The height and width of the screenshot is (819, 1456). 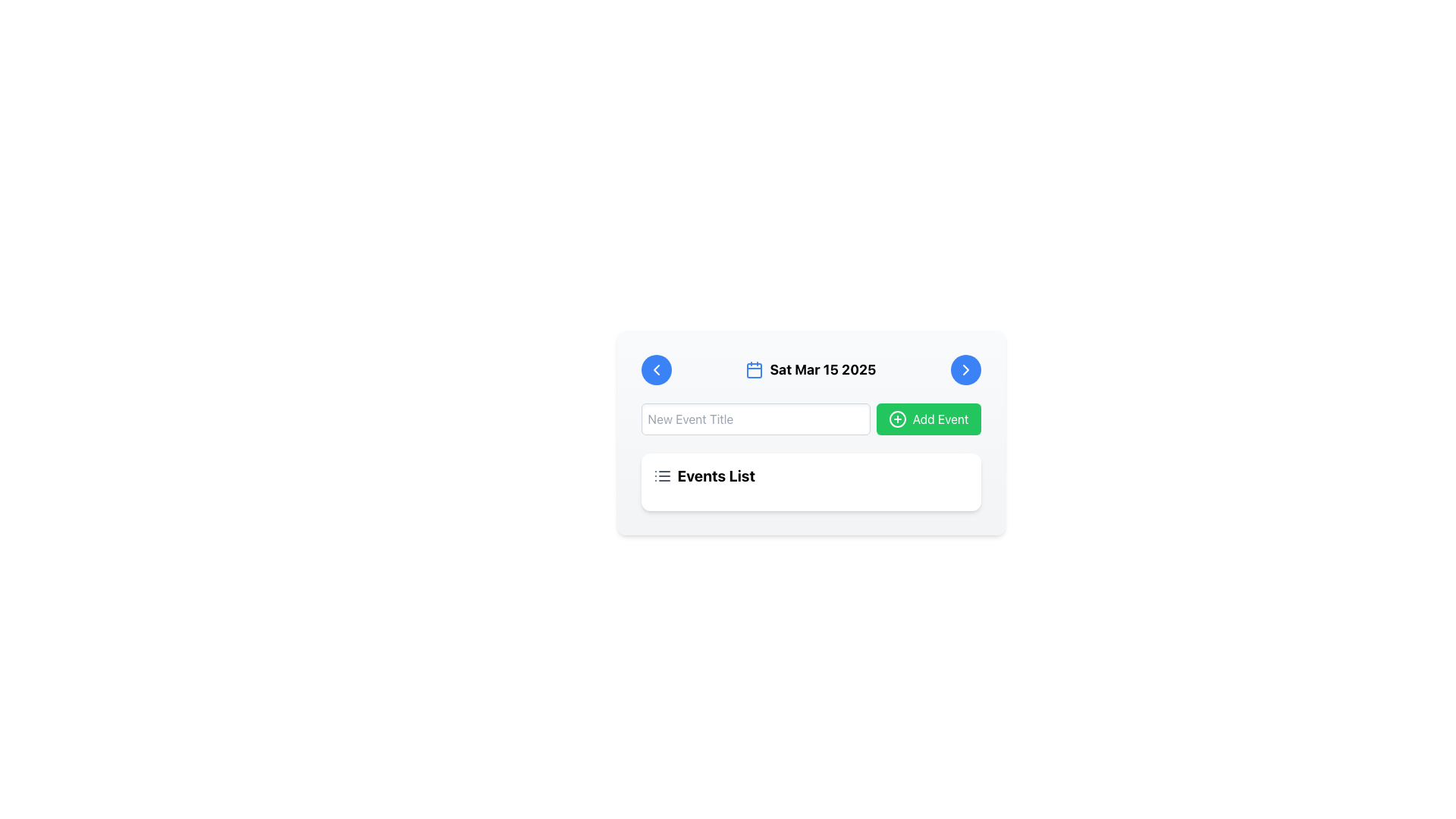 I want to click on the bold and large text label displaying the date 'Sat Mar 15 2025' located in the upper central part of the interface to trigger the tooltip or additional information, so click(x=822, y=370).